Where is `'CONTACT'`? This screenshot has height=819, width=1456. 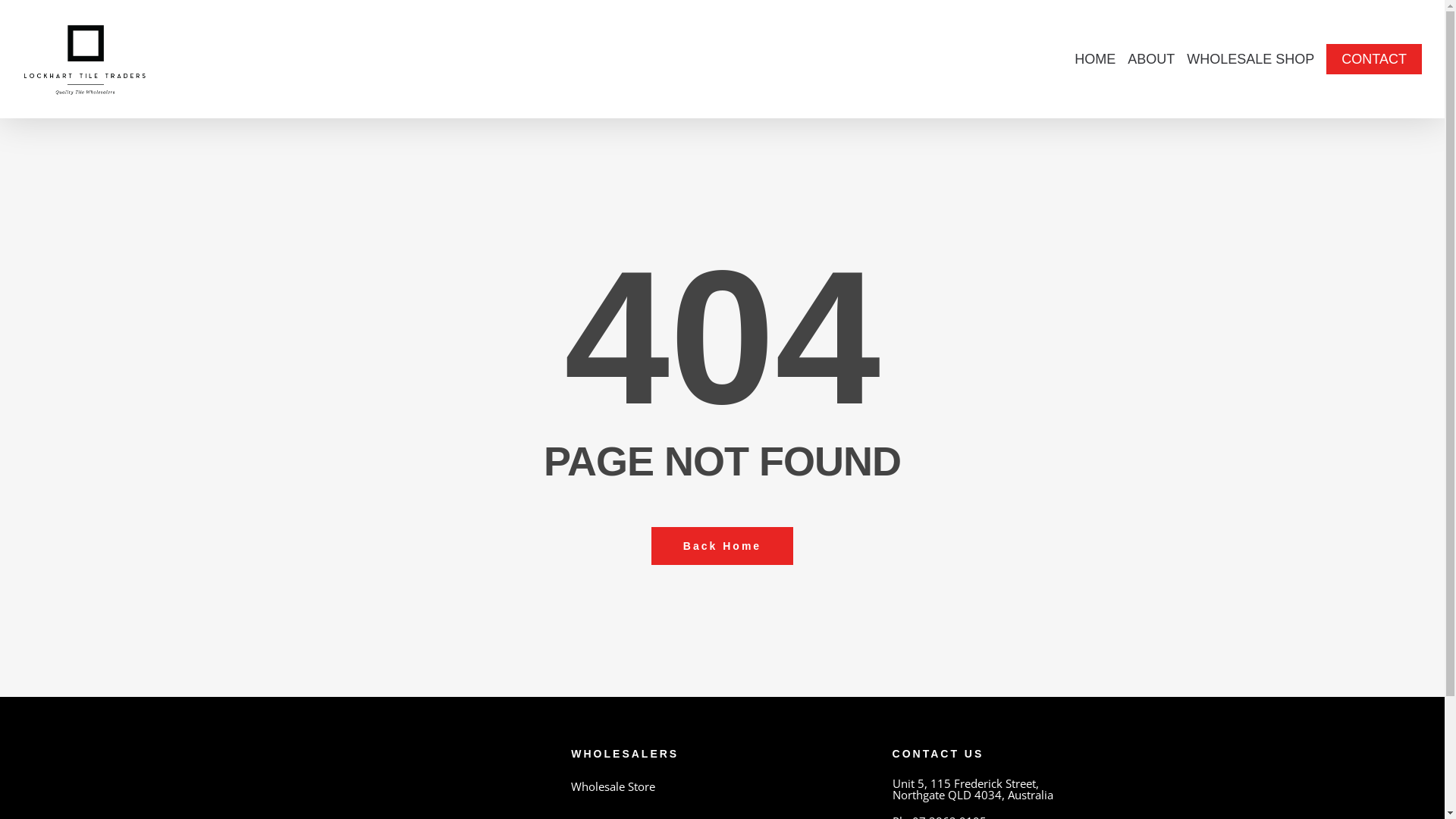 'CONTACT' is located at coordinates (1373, 58).